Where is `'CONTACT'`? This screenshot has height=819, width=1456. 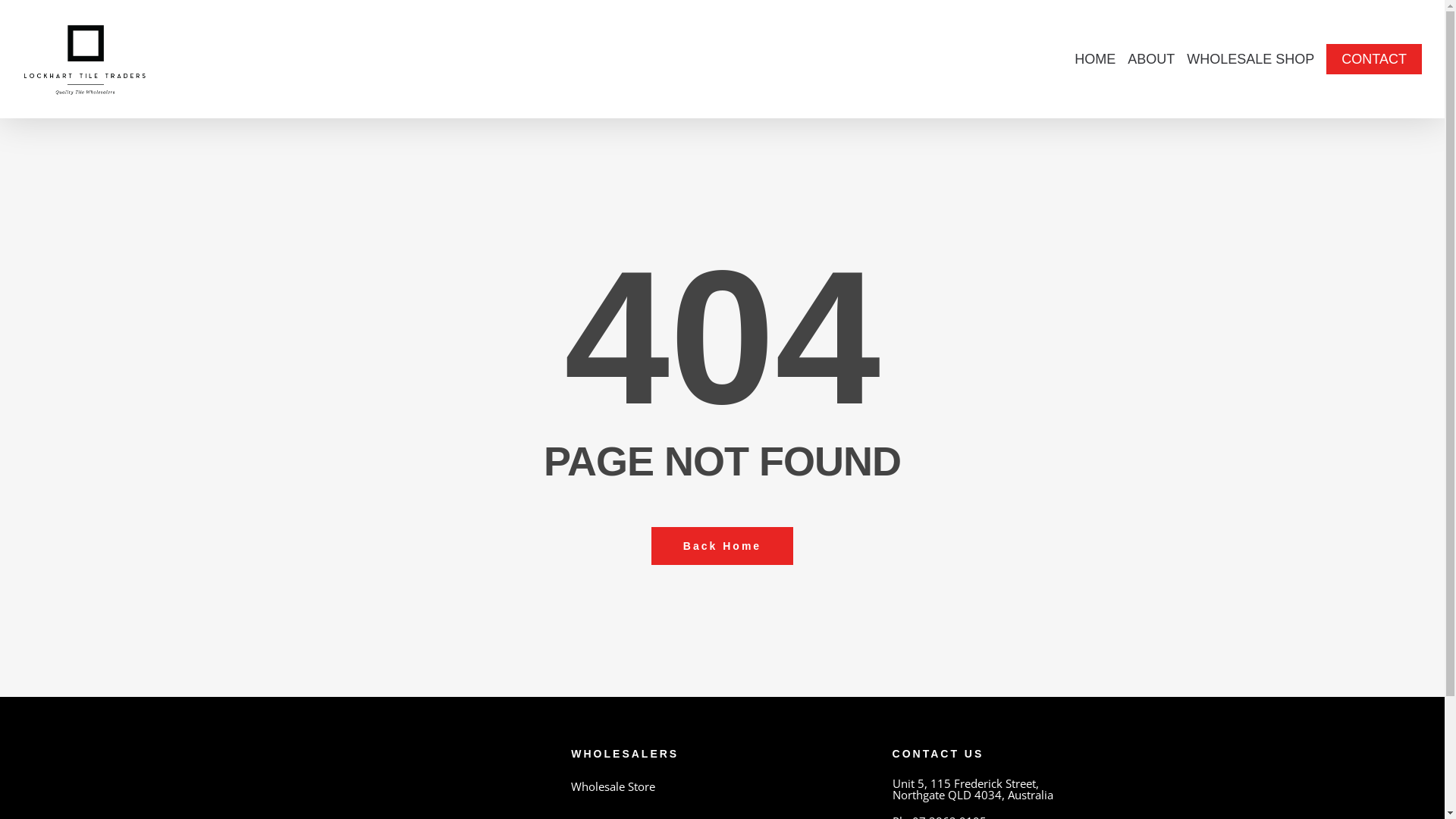 'CONTACT' is located at coordinates (1373, 58).